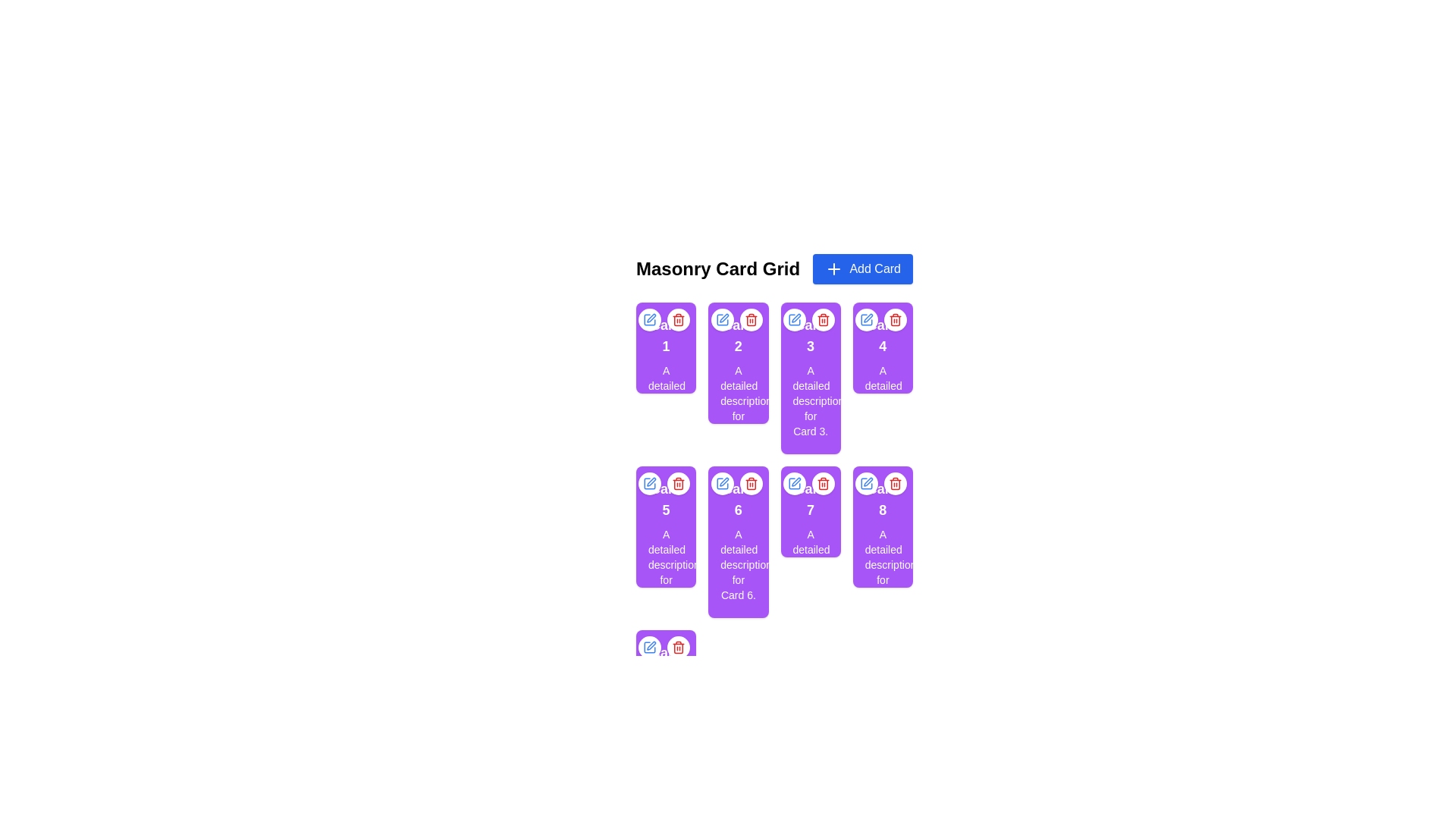 The image size is (1456, 819). What do you see at coordinates (793, 483) in the screenshot?
I see `the 'edit' icon within the interactive button located in the top left corner of the card labeled '1'` at bounding box center [793, 483].